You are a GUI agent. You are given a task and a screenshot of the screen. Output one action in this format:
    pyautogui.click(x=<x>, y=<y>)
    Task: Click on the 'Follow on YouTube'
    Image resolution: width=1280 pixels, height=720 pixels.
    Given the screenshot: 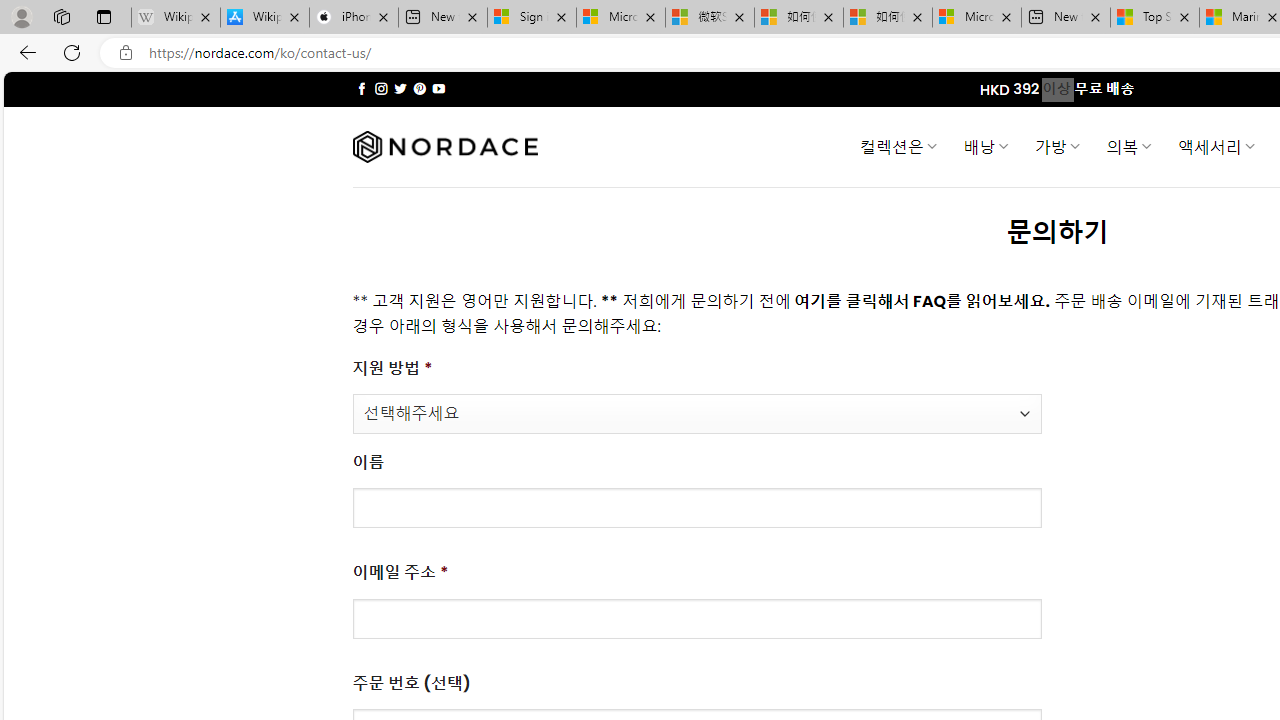 What is the action you would take?
    pyautogui.click(x=438, y=88)
    